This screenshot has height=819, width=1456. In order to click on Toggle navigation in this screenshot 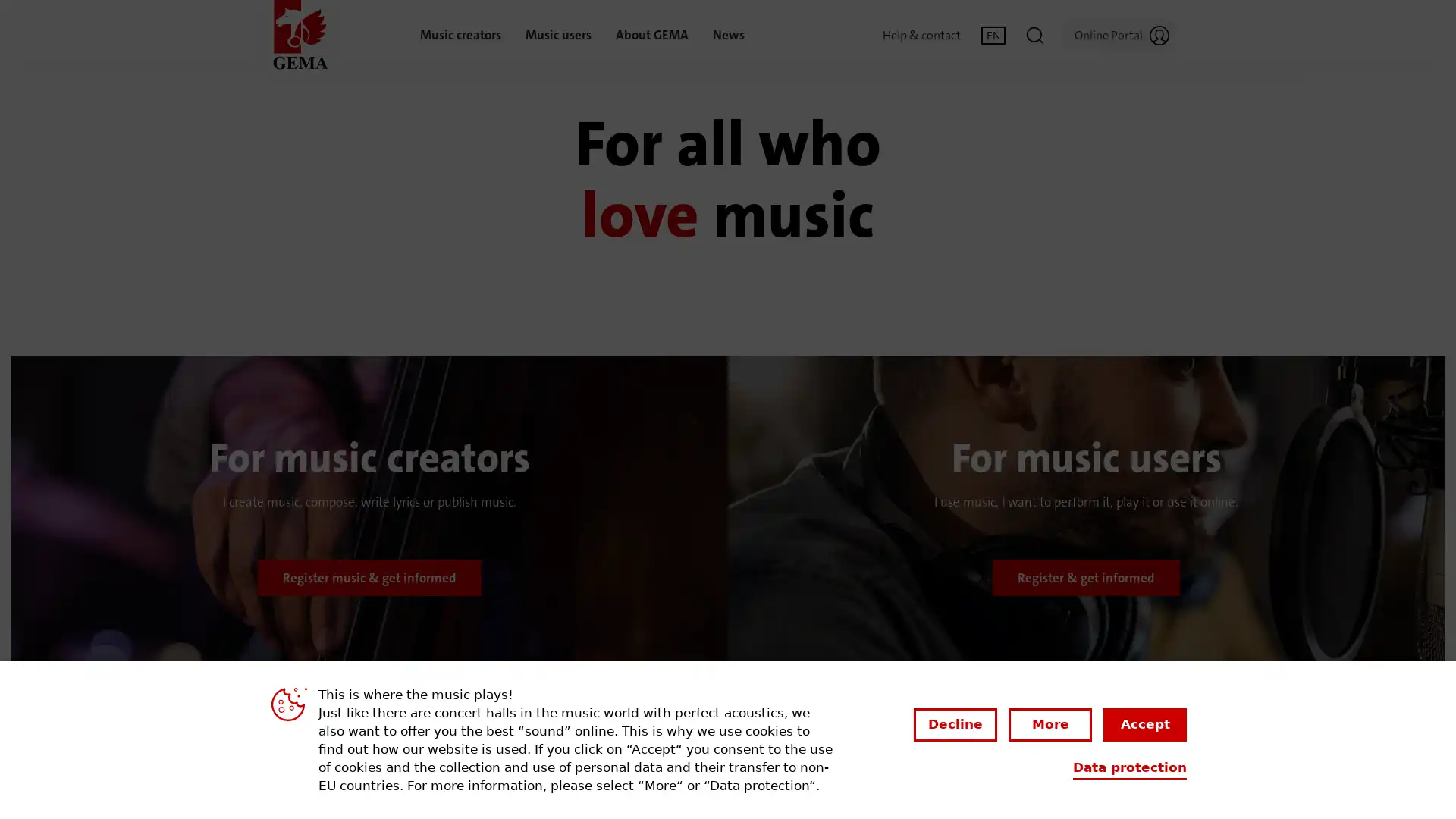, I will do `click(1034, 34)`.